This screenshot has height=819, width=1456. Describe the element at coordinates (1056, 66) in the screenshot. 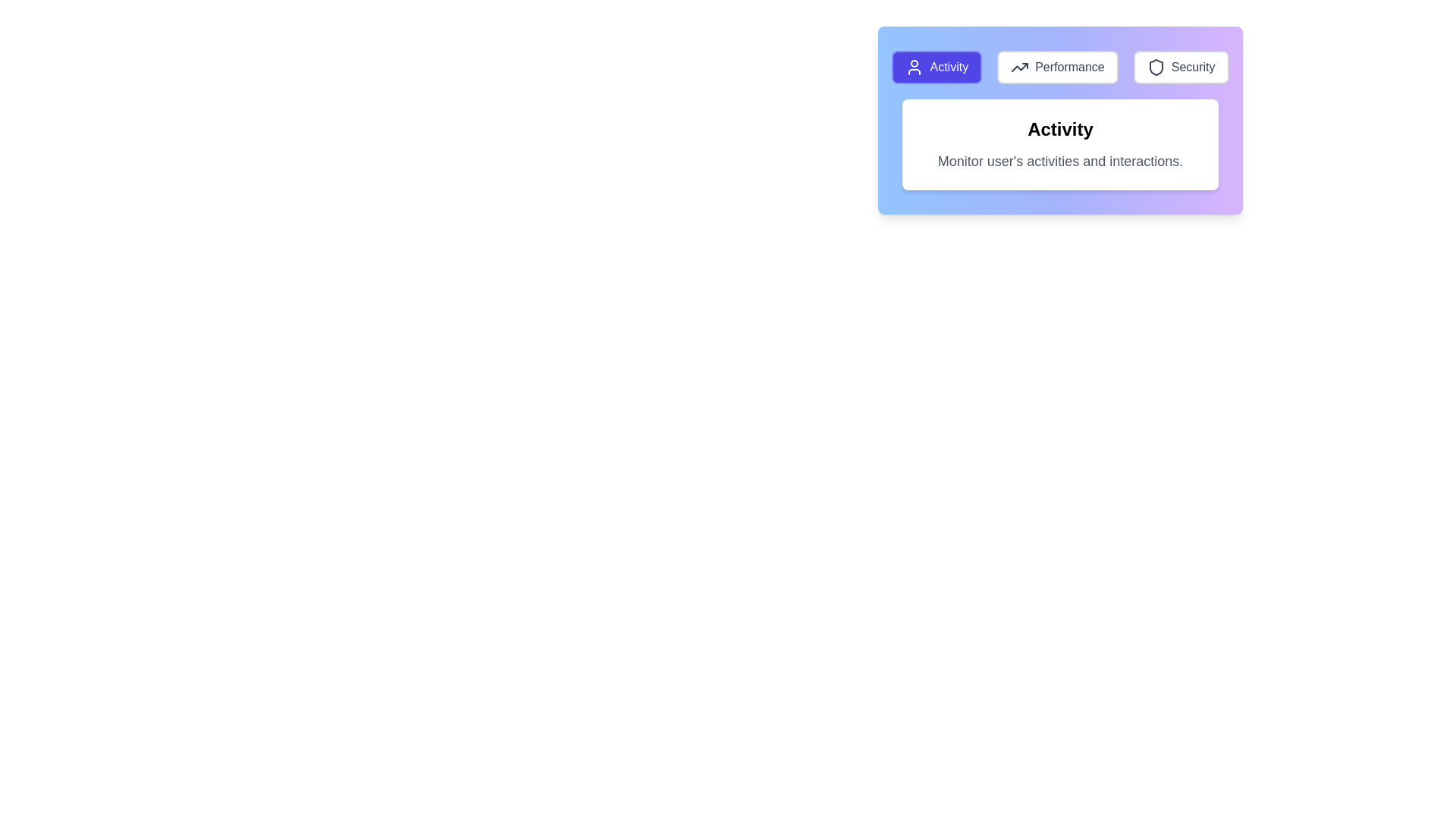

I see `the 'Performance' button, which is the second button in a series of three at the top of the interface` at that location.